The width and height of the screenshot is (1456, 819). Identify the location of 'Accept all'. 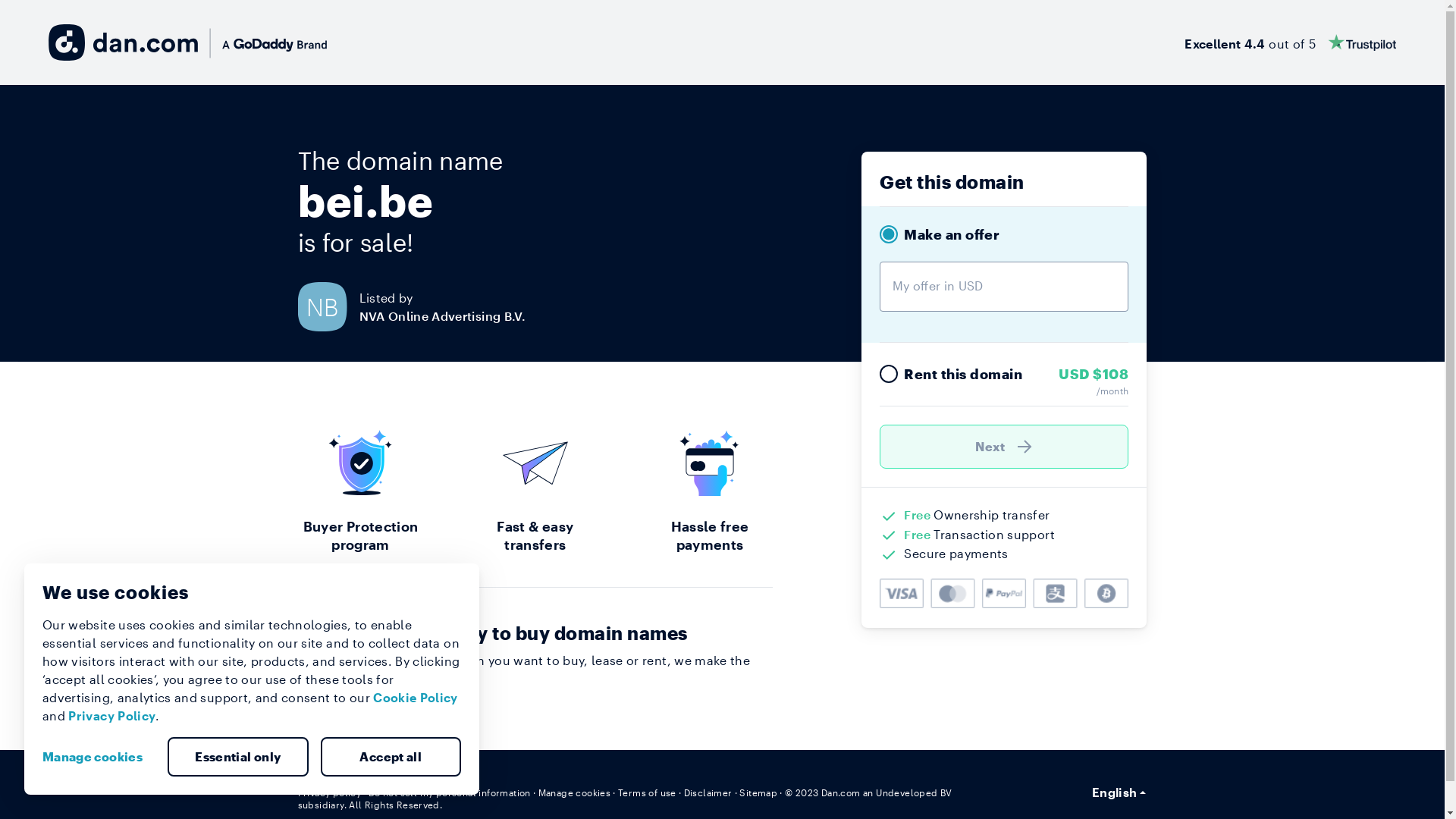
(390, 757).